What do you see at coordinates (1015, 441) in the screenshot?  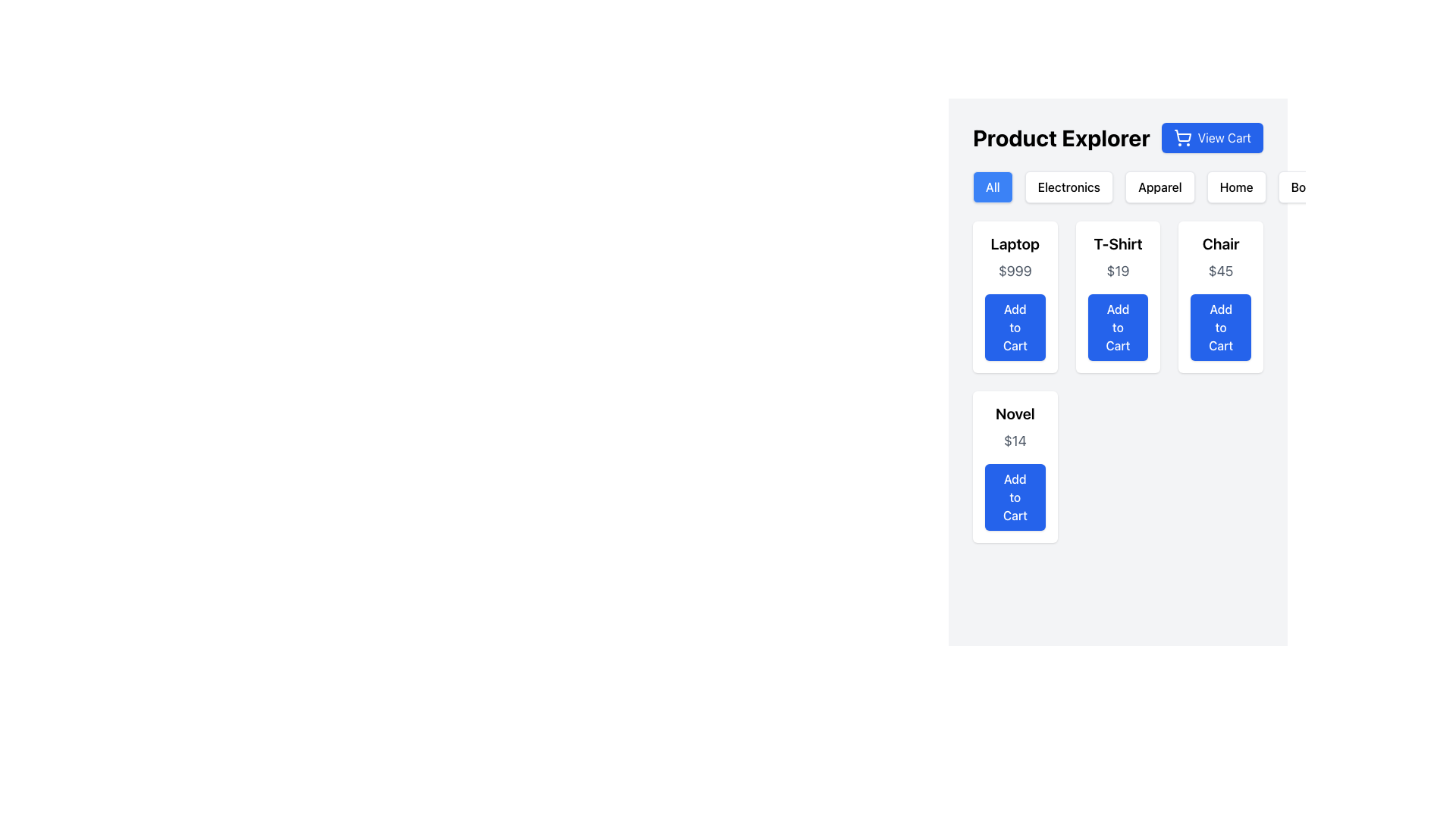 I see `the text label displaying the price '$14' in light gray color, positioned below the title 'Novel' and above the 'Add to Cart' button` at bounding box center [1015, 441].